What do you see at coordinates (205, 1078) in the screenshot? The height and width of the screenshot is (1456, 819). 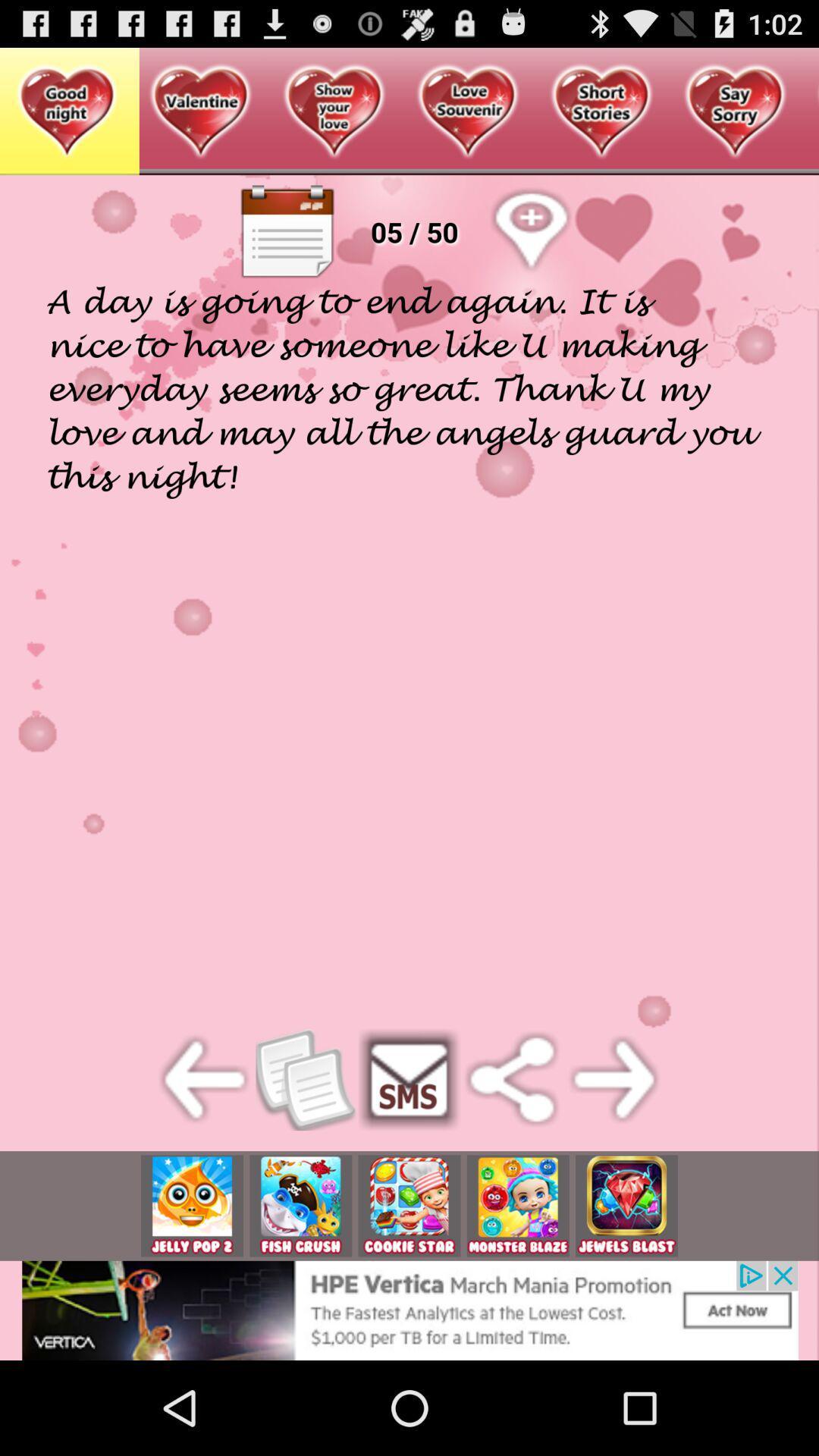 I see `before` at bounding box center [205, 1078].